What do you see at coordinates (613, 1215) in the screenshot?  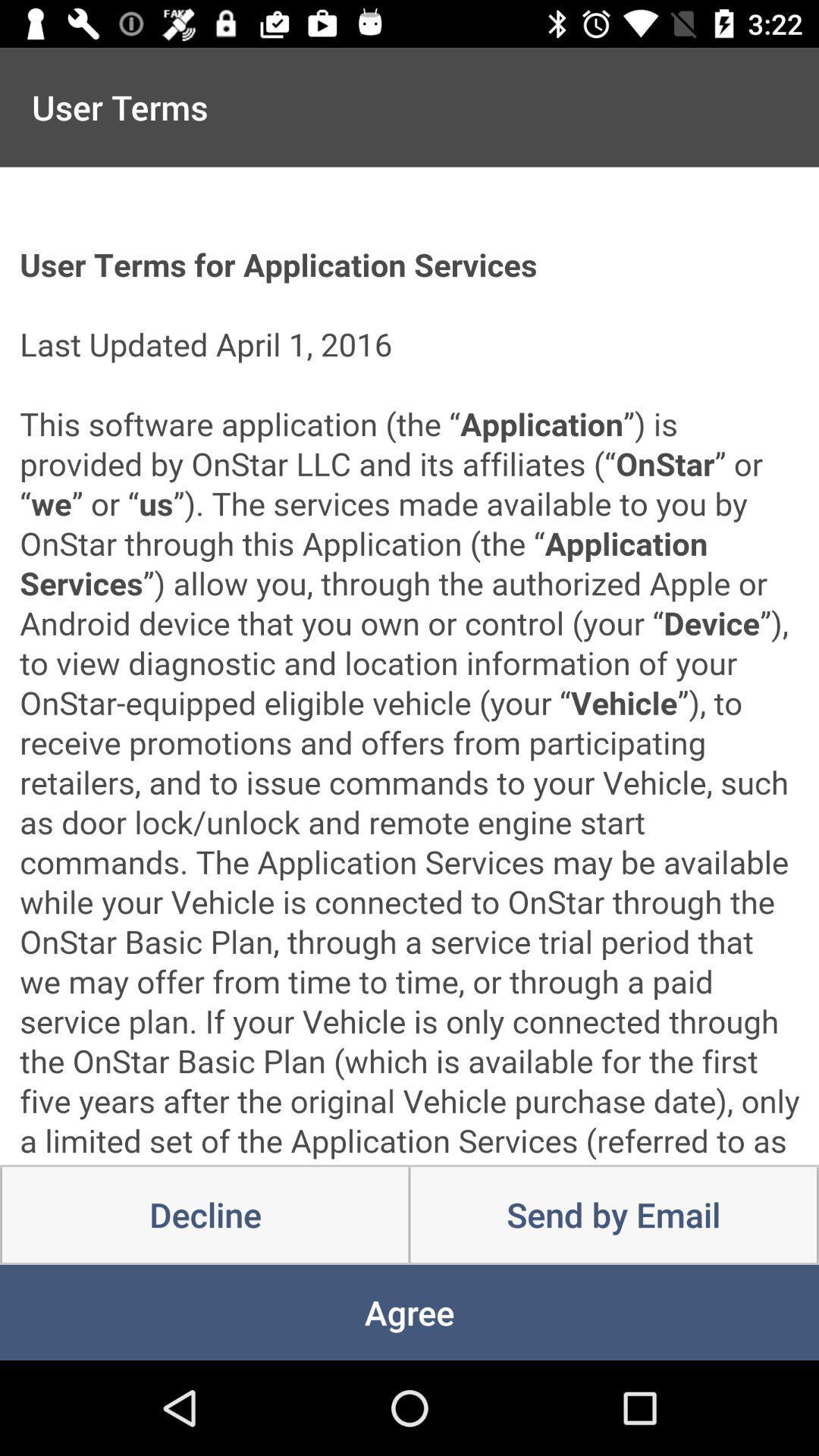 I see `the item at the bottom right corner` at bounding box center [613, 1215].